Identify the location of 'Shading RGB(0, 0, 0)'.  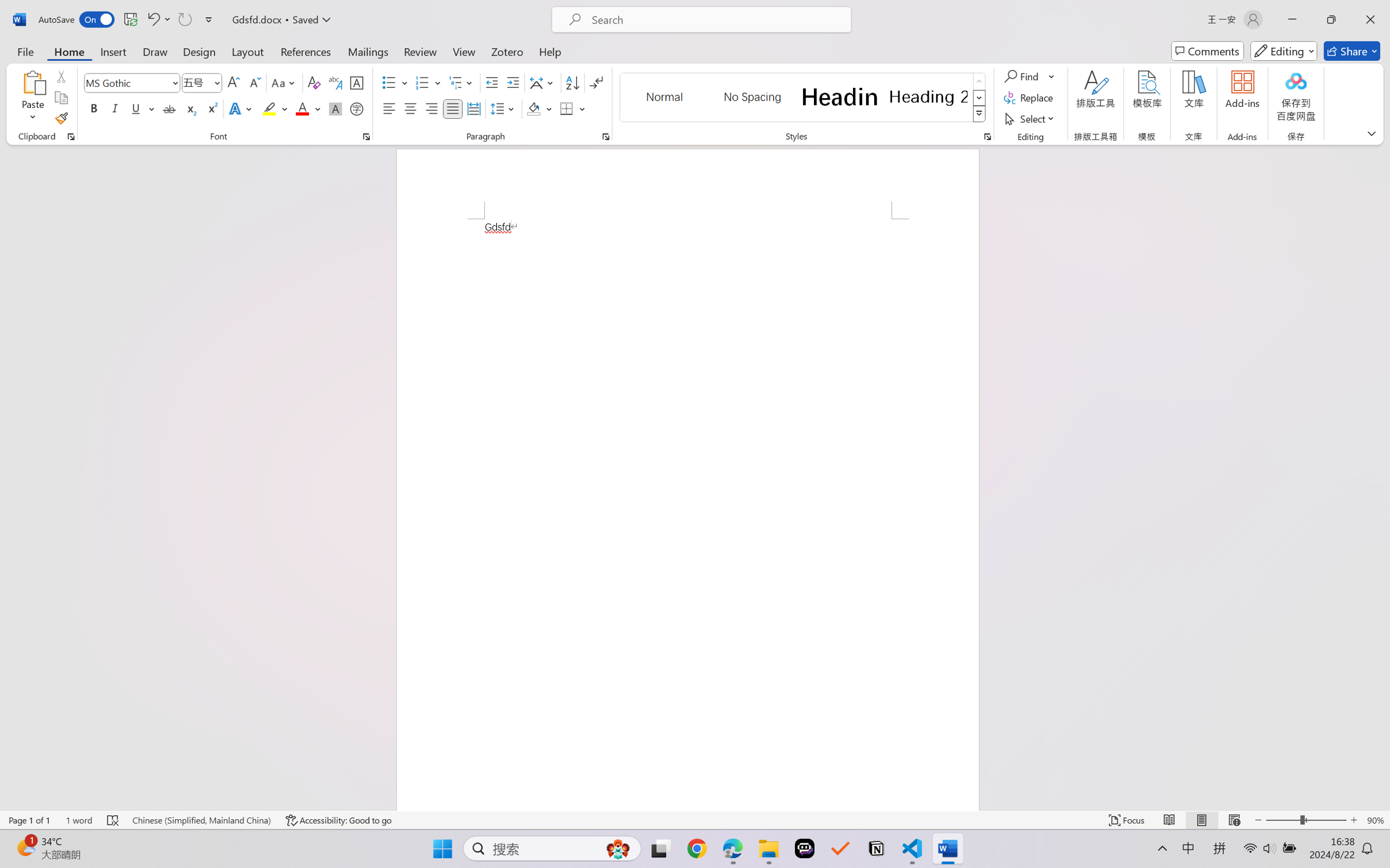
(533, 108).